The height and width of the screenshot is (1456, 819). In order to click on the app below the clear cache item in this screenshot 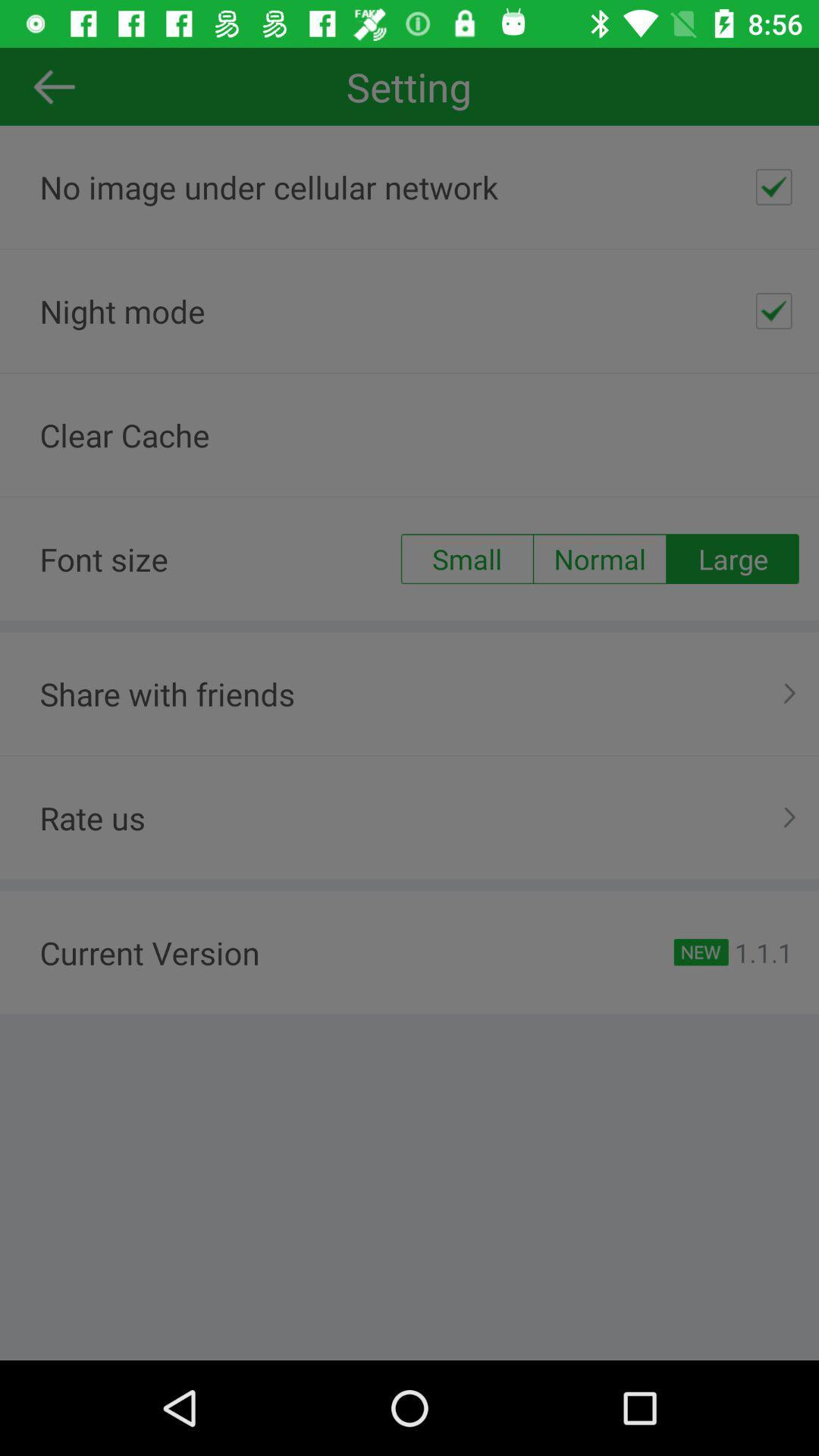, I will do `click(466, 558)`.